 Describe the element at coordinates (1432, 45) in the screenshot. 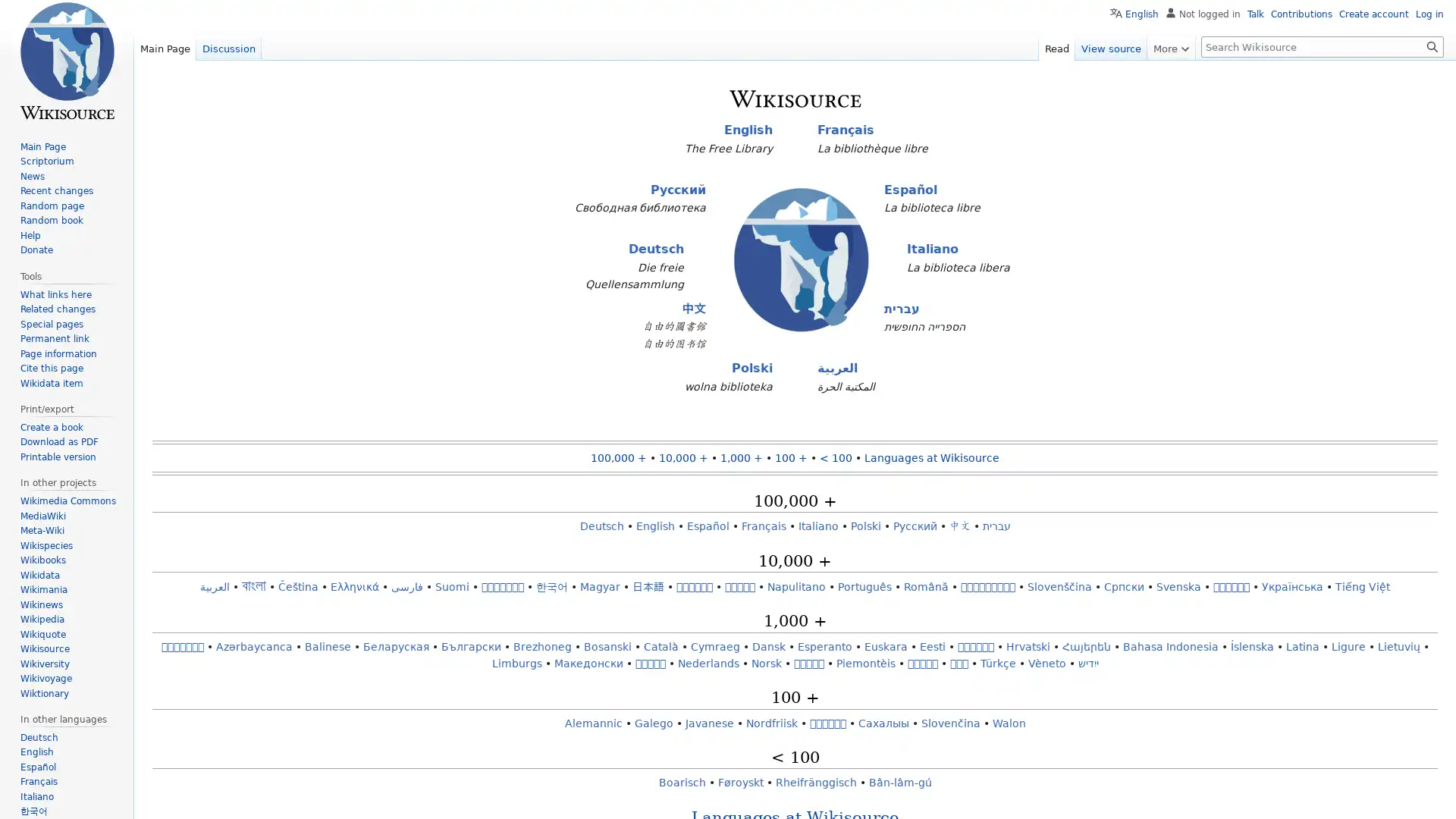

I see `Search` at that location.